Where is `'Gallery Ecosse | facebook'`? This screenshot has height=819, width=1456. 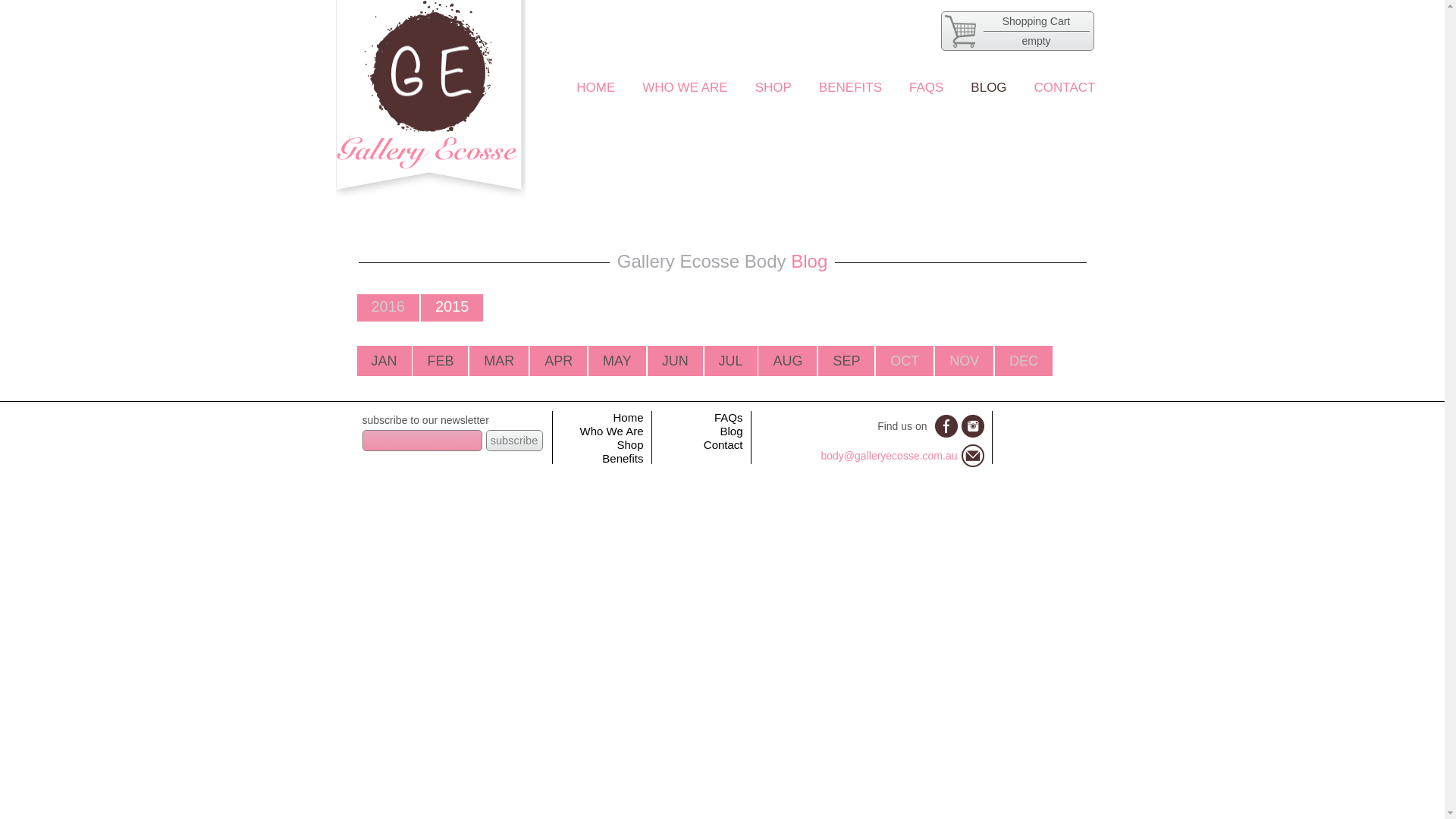
'Gallery Ecosse | facebook' is located at coordinates (945, 426).